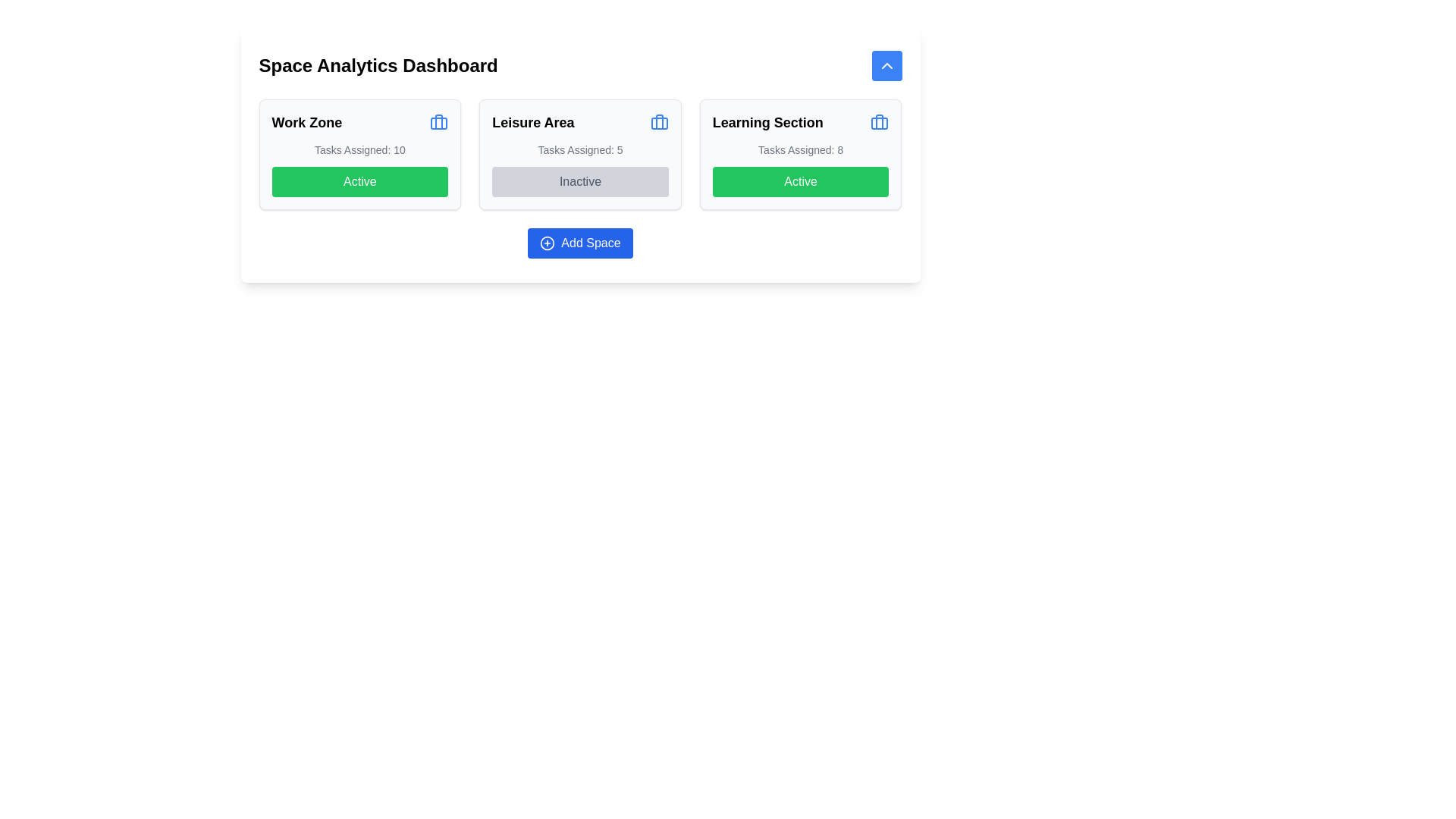  I want to click on the green button labeled 'Active' located at the bottom of the 'Learning Section' card, so click(800, 180).